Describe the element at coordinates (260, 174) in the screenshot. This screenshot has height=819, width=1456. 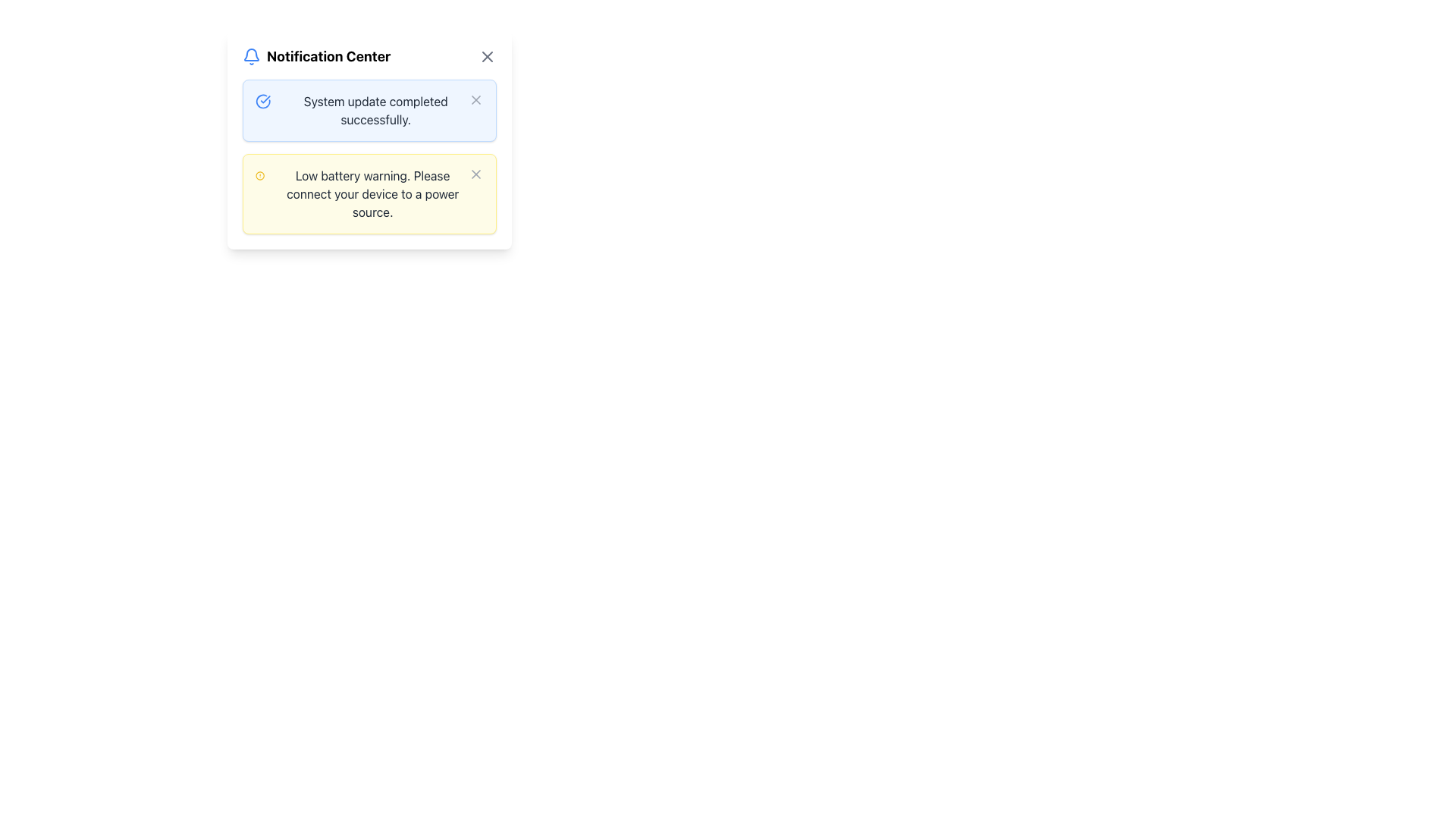
I see `the yellow alert circle which is the innermost shape of the alert icon, located to the left of the 'Low battery warning. Please connect your device to a power source.' text` at that location.